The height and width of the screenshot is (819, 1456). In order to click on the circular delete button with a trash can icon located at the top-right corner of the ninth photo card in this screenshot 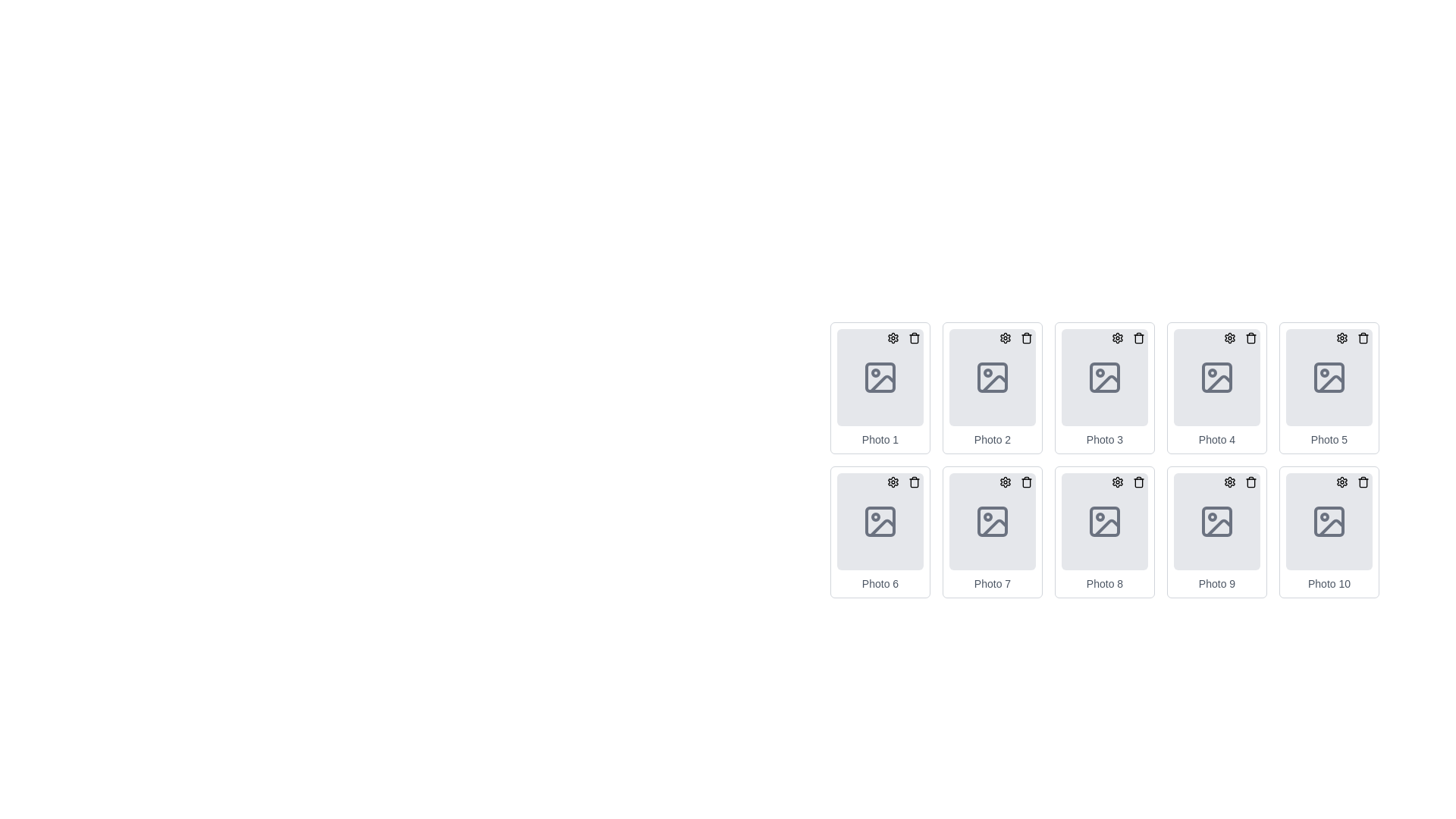, I will do `click(1251, 482)`.